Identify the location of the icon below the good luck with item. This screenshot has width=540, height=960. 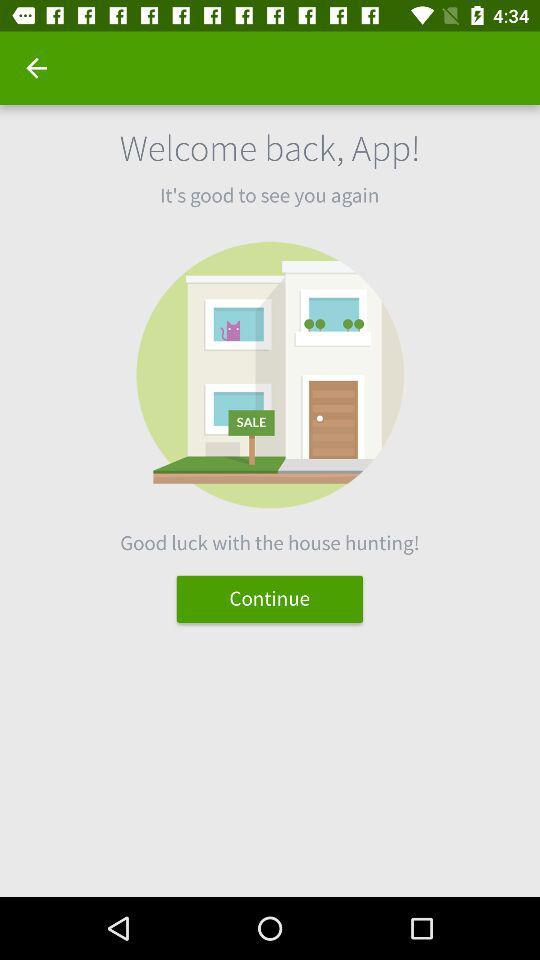
(269, 599).